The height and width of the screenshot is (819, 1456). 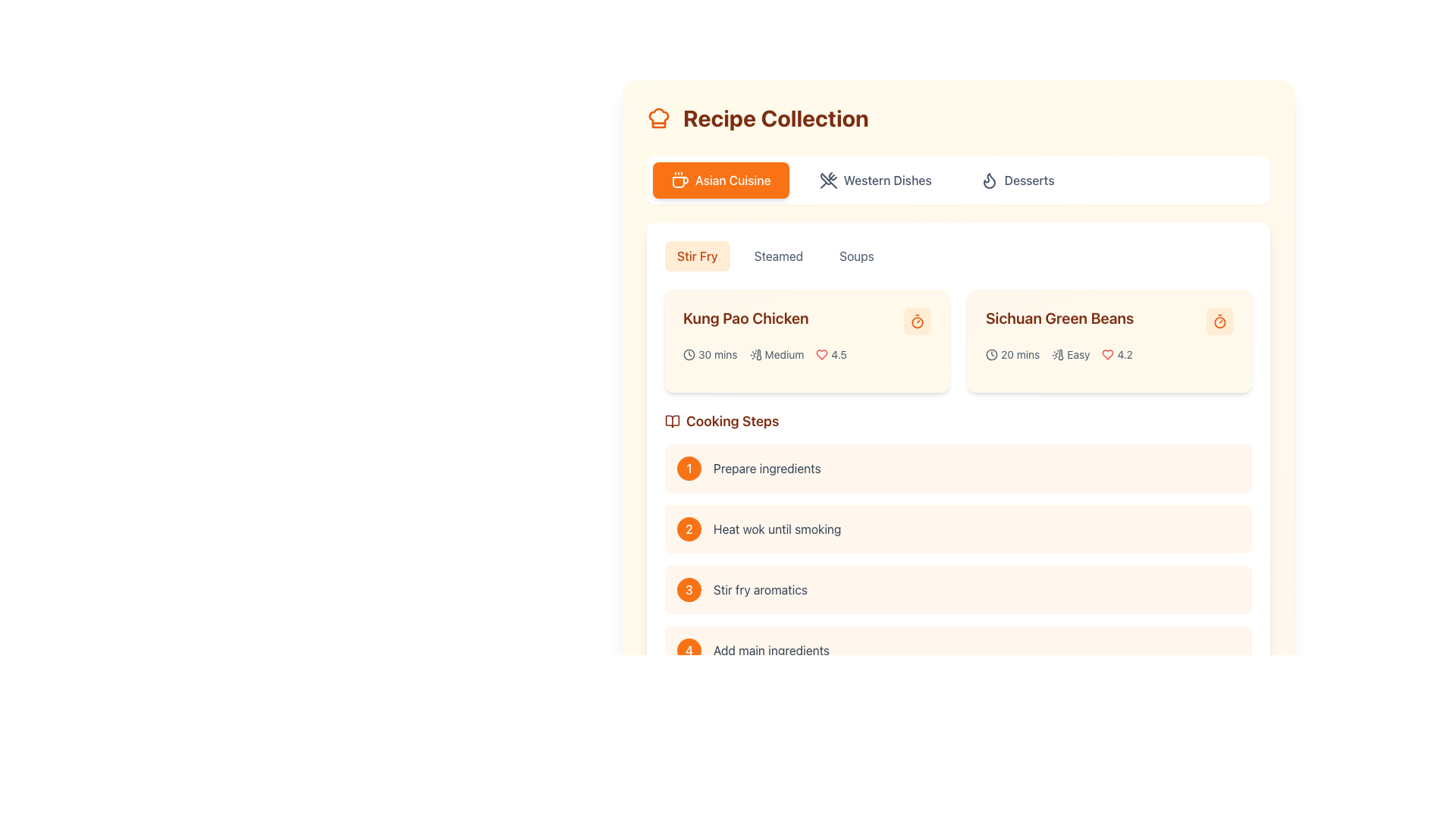 What do you see at coordinates (688, 649) in the screenshot?
I see `the Step number indicator displaying '4' located to the left of 'Add main ingredients' in the Cooking Steps section` at bounding box center [688, 649].